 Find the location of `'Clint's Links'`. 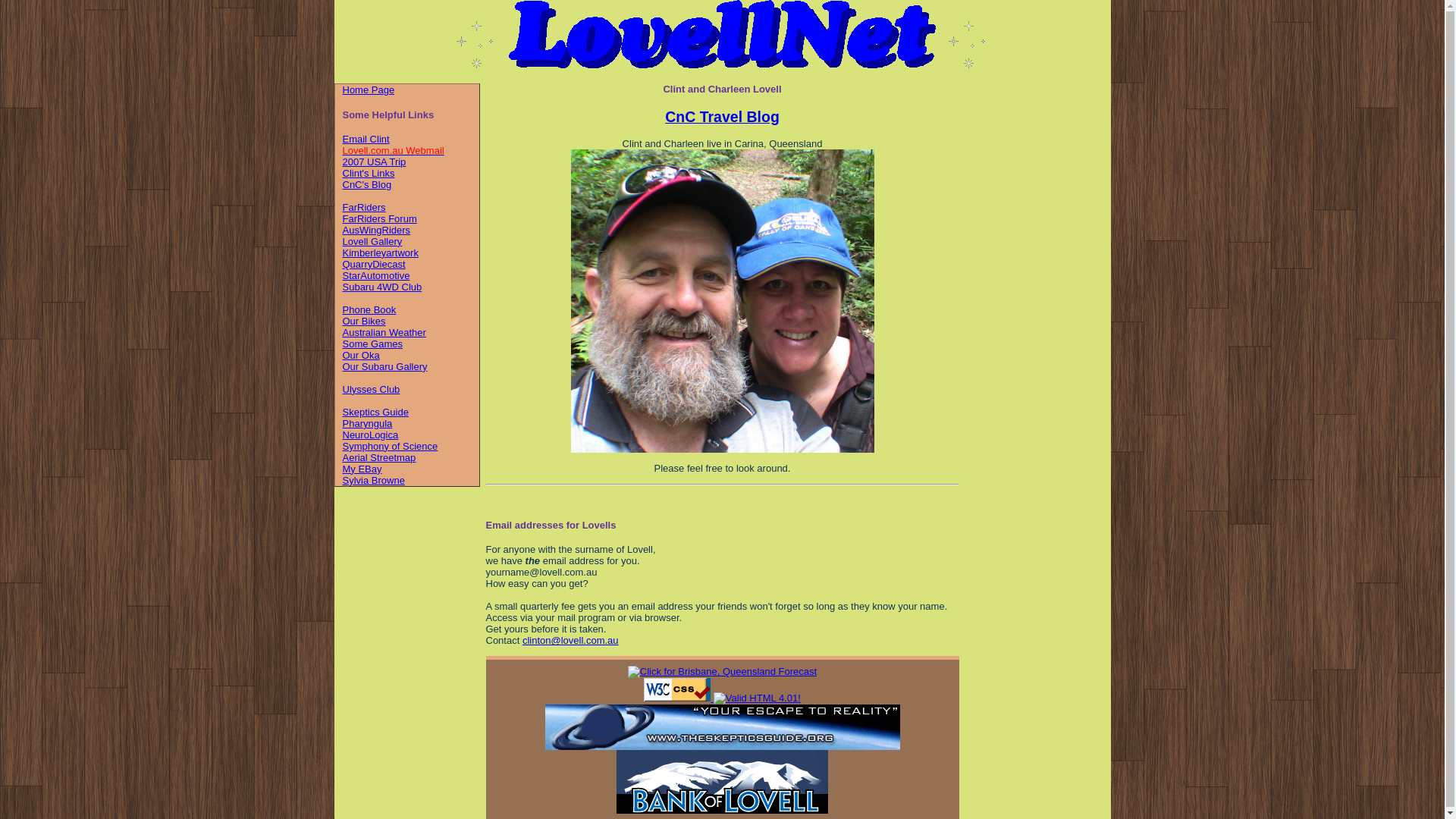

'Clint's Links' is located at coordinates (369, 172).